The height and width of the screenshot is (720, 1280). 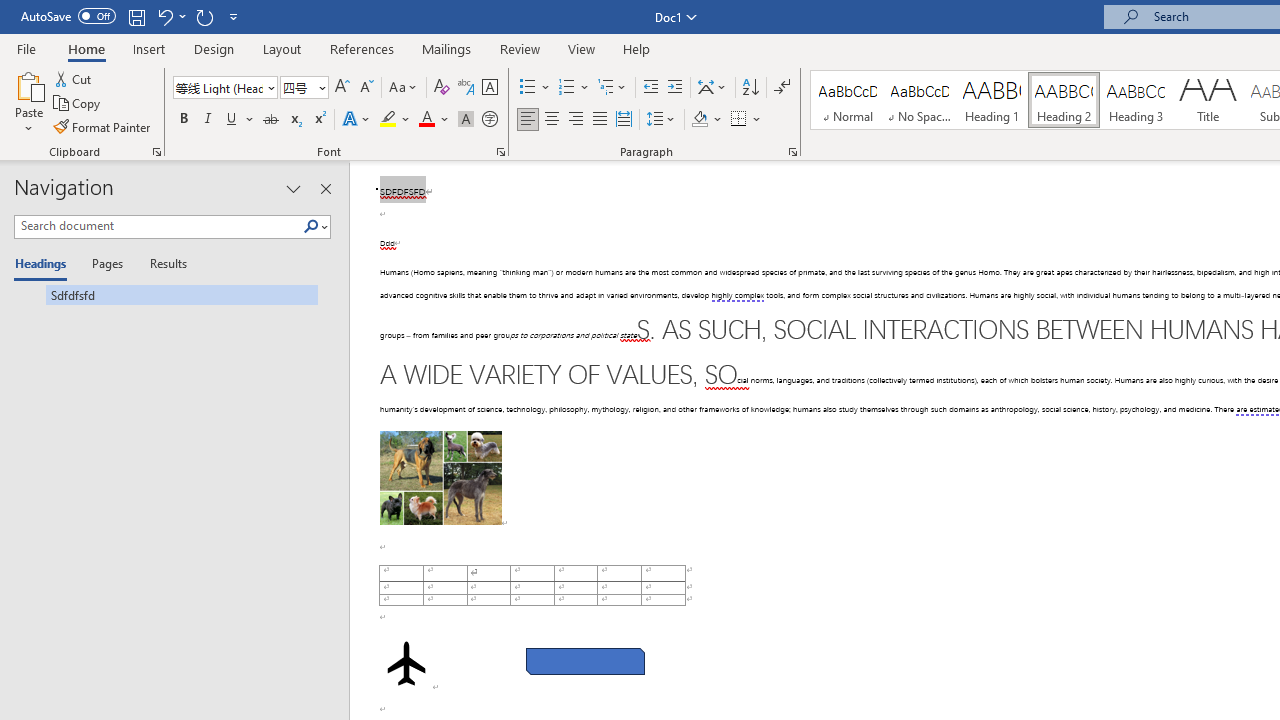 I want to click on 'Repeat Style', so click(x=204, y=16).